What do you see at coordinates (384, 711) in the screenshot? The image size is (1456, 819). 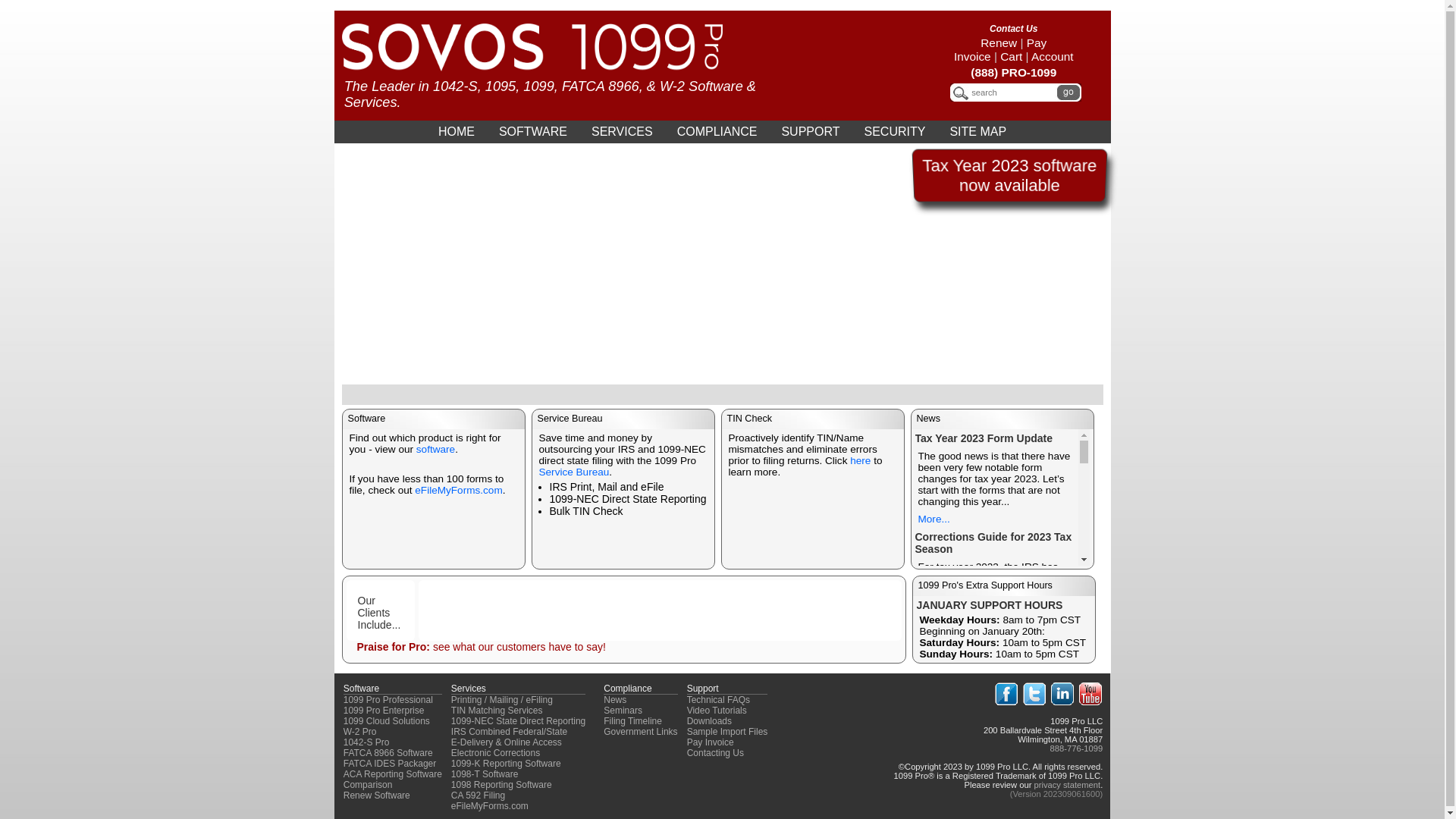 I see `'1099 Pro Enterprise'` at bounding box center [384, 711].